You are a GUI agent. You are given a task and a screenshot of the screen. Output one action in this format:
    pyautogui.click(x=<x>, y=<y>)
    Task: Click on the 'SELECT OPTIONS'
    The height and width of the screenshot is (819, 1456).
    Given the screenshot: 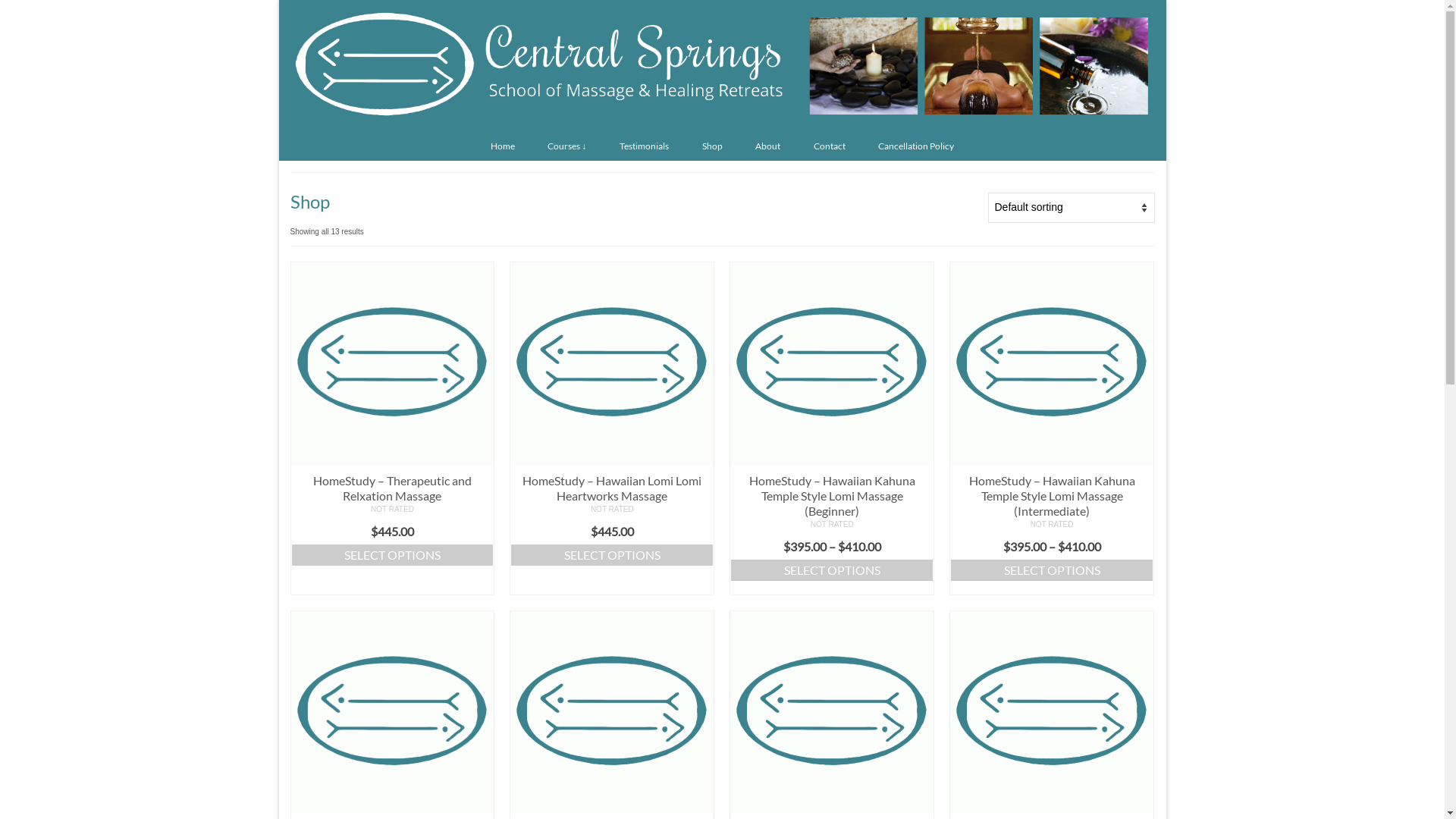 What is the action you would take?
    pyautogui.click(x=393, y=555)
    